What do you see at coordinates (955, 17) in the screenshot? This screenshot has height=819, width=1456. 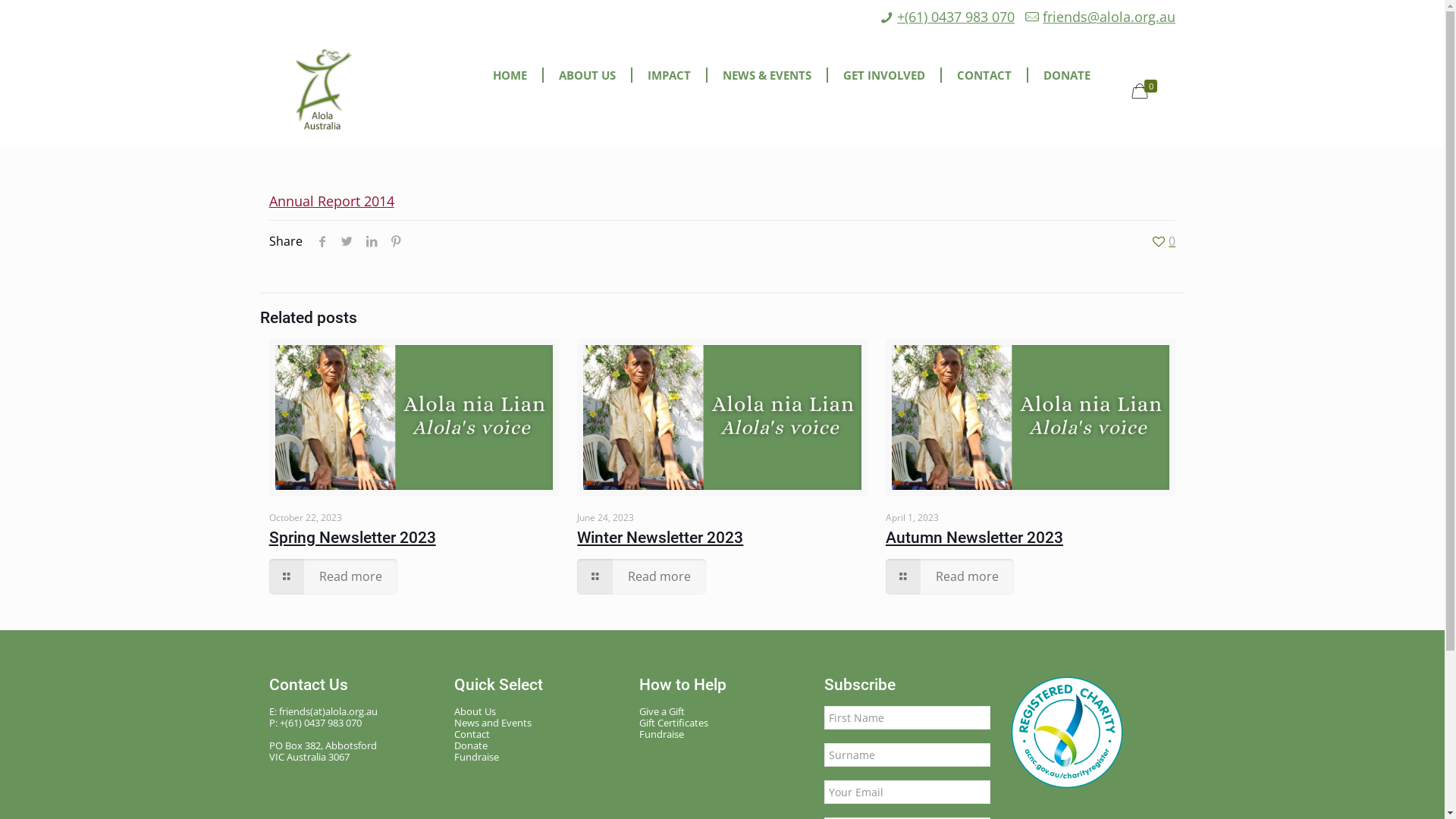 I see `'+(61) 0437 983 070'` at bounding box center [955, 17].